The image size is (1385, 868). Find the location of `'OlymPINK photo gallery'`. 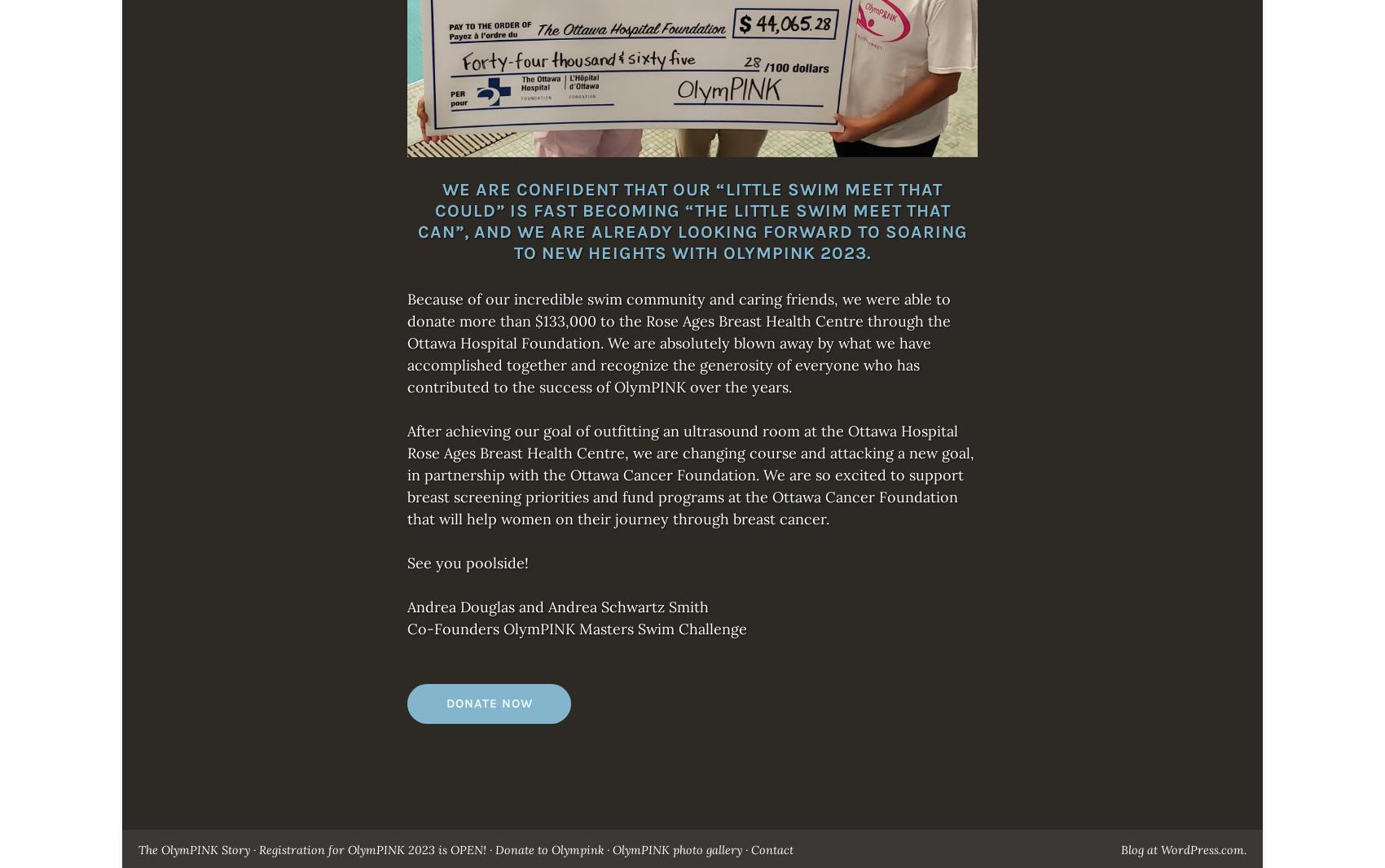

'OlymPINK photo gallery' is located at coordinates (612, 850).